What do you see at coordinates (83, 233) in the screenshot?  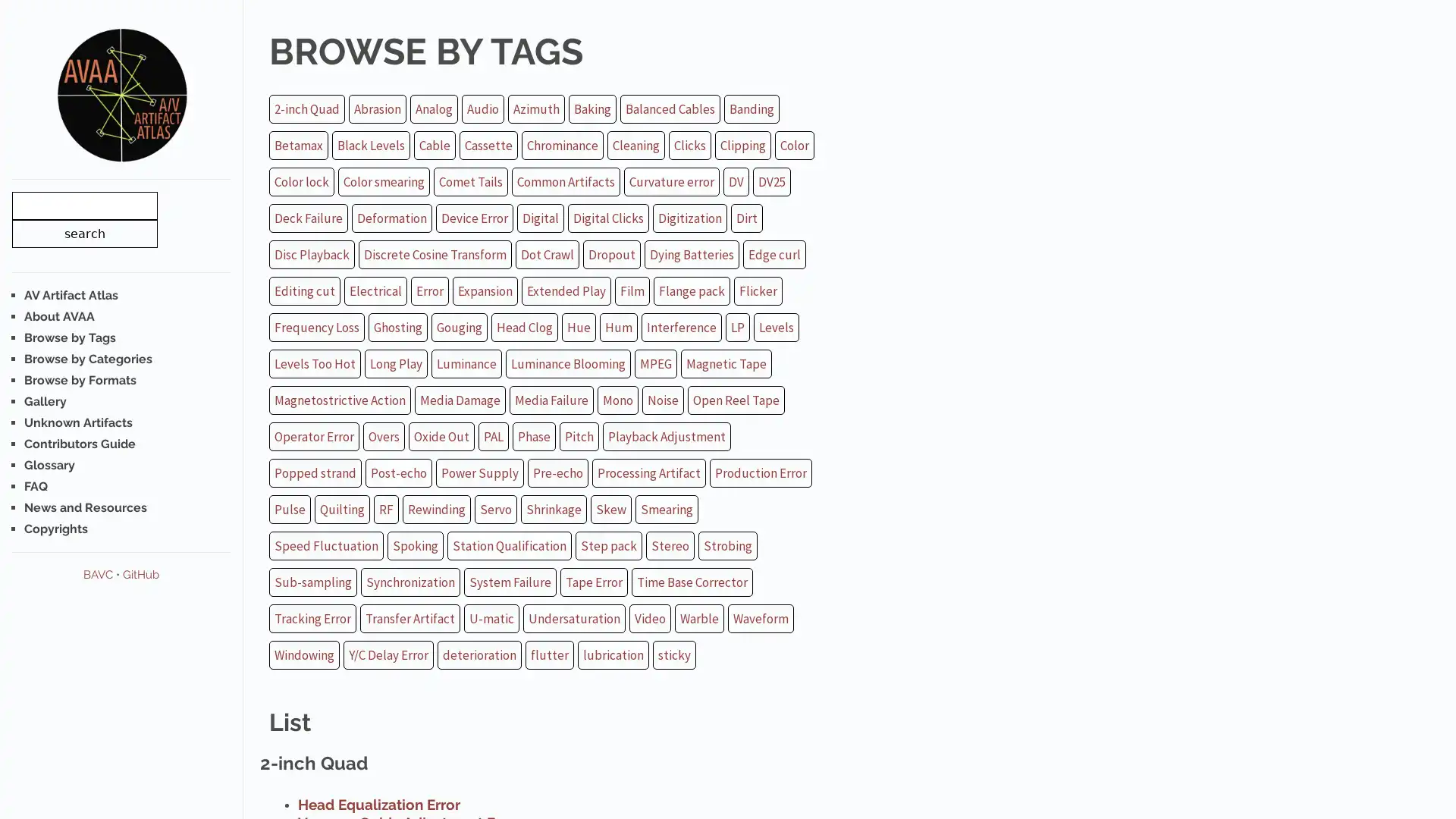 I see `search` at bounding box center [83, 233].